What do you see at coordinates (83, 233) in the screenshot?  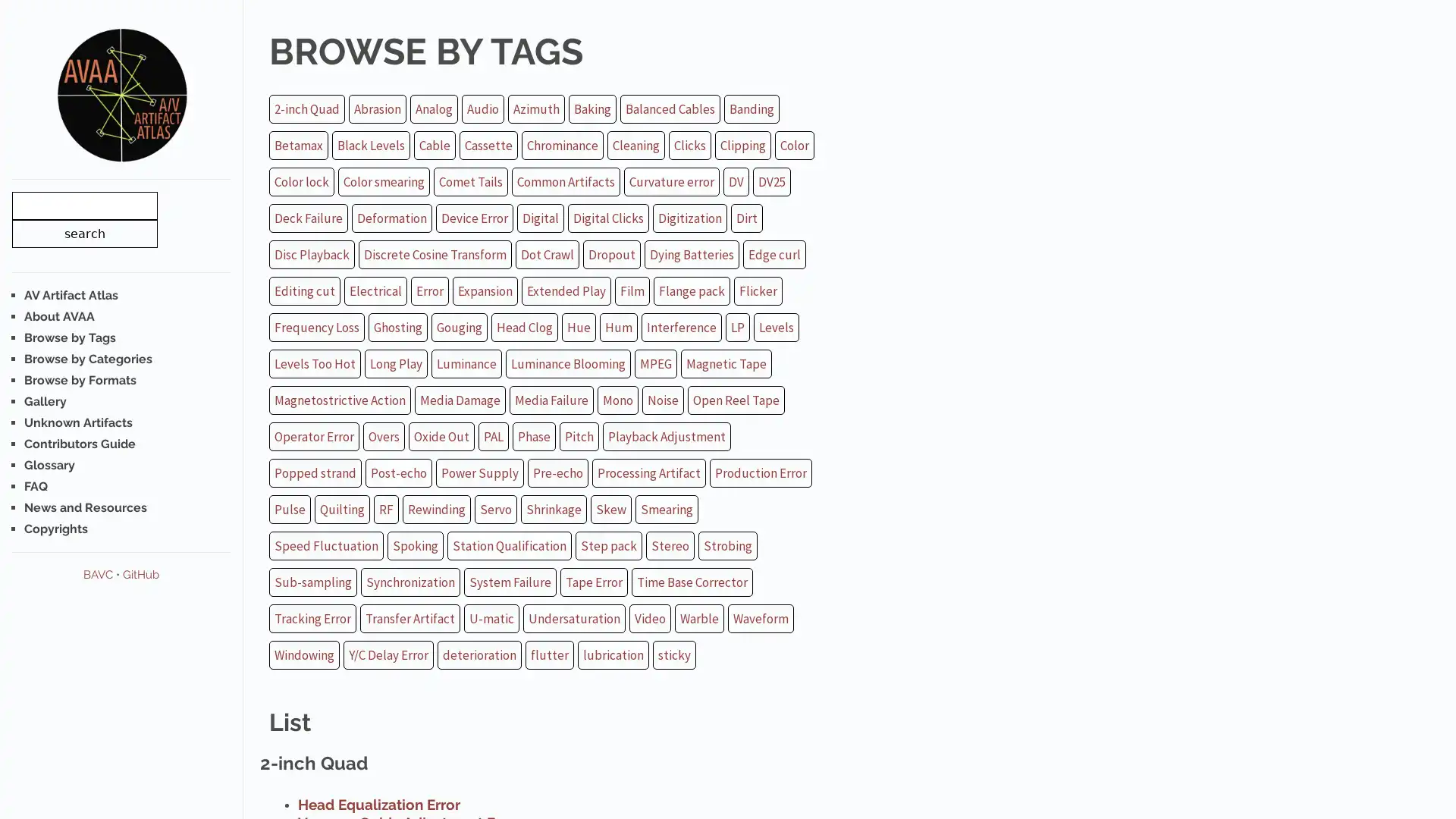 I see `search` at bounding box center [83, 233].